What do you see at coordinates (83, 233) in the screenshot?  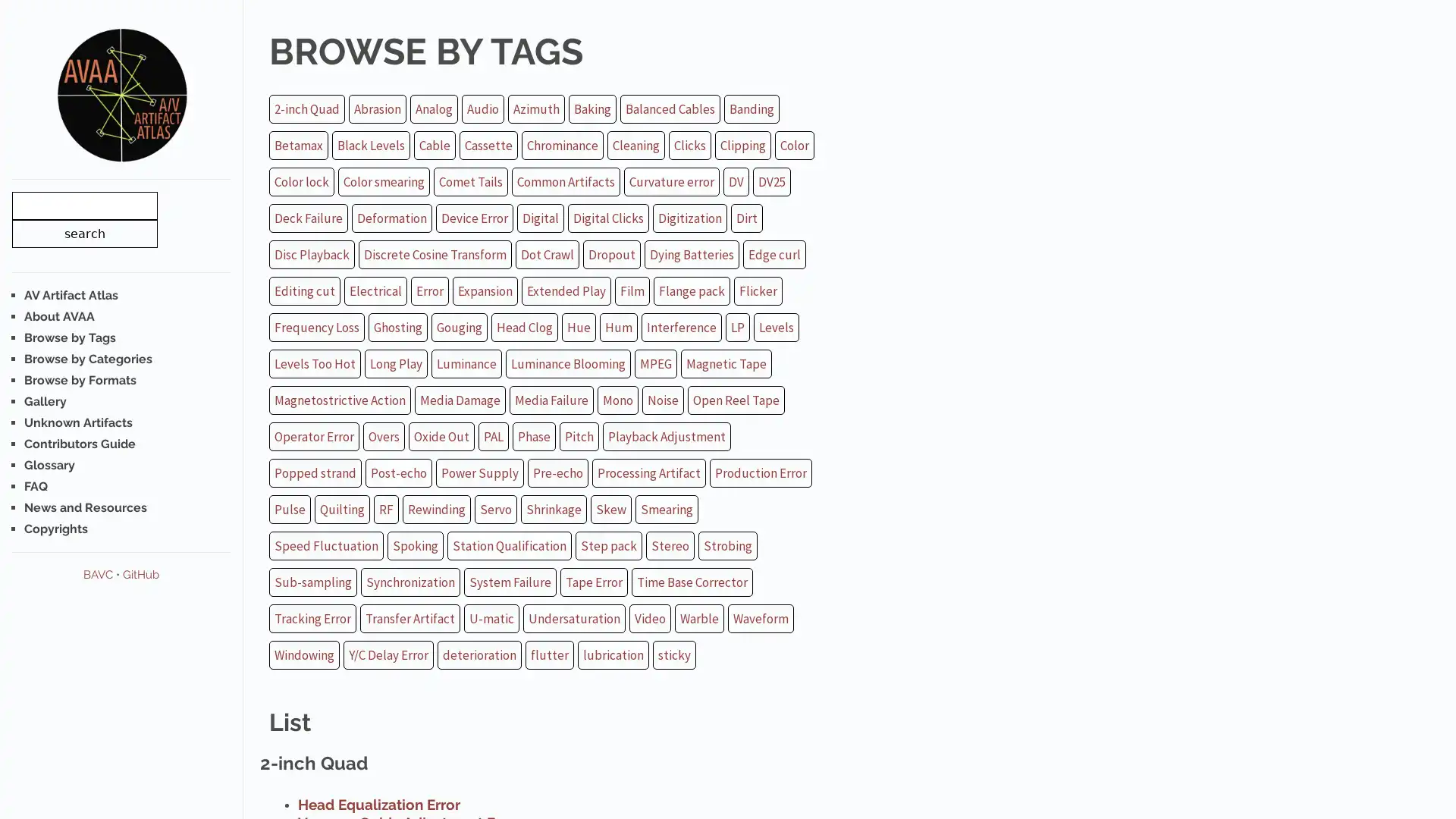 I see `search` at bounding box center [83, 233].